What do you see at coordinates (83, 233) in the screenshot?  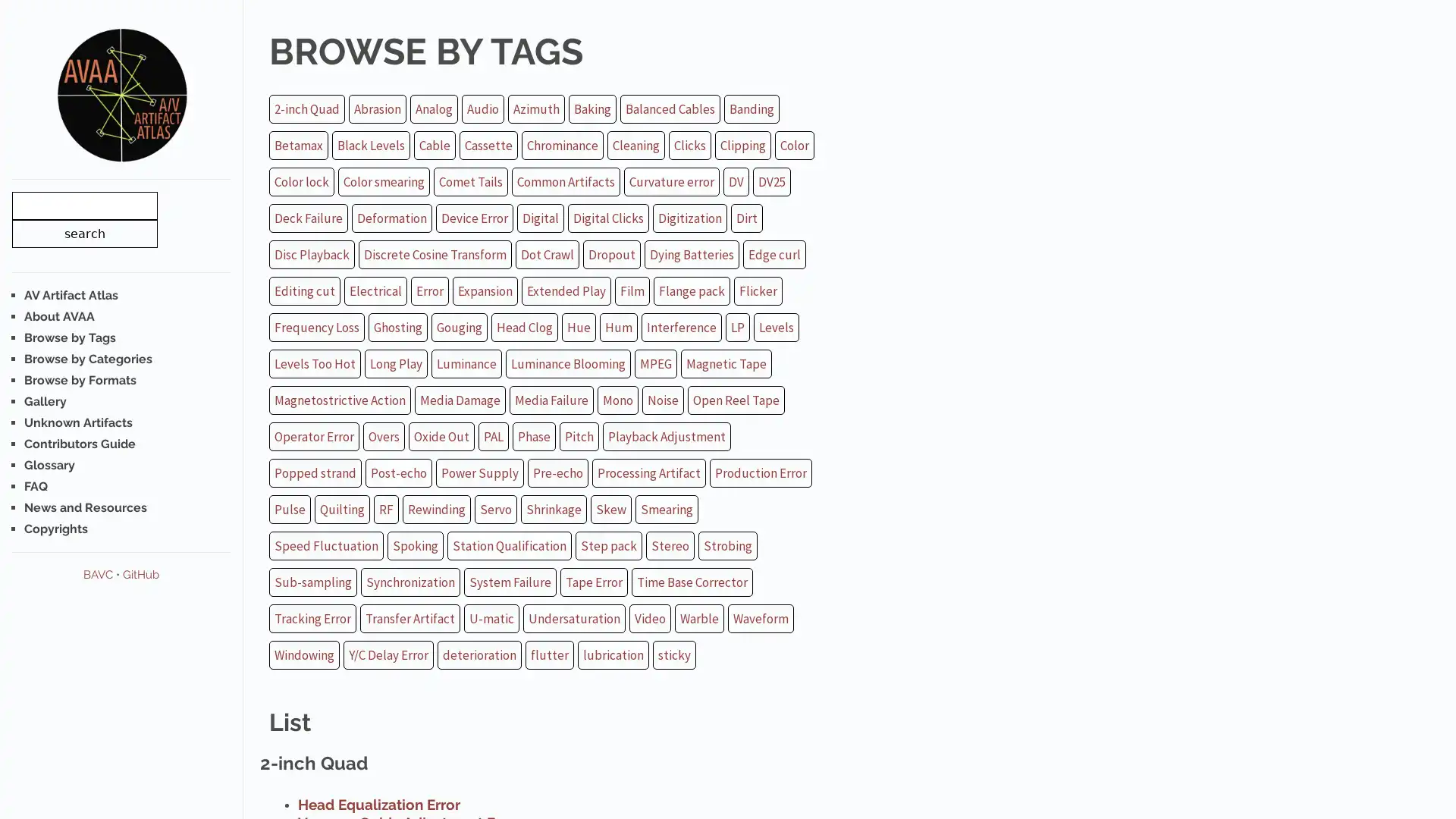 I see `search` at bounding box center [83, 233].